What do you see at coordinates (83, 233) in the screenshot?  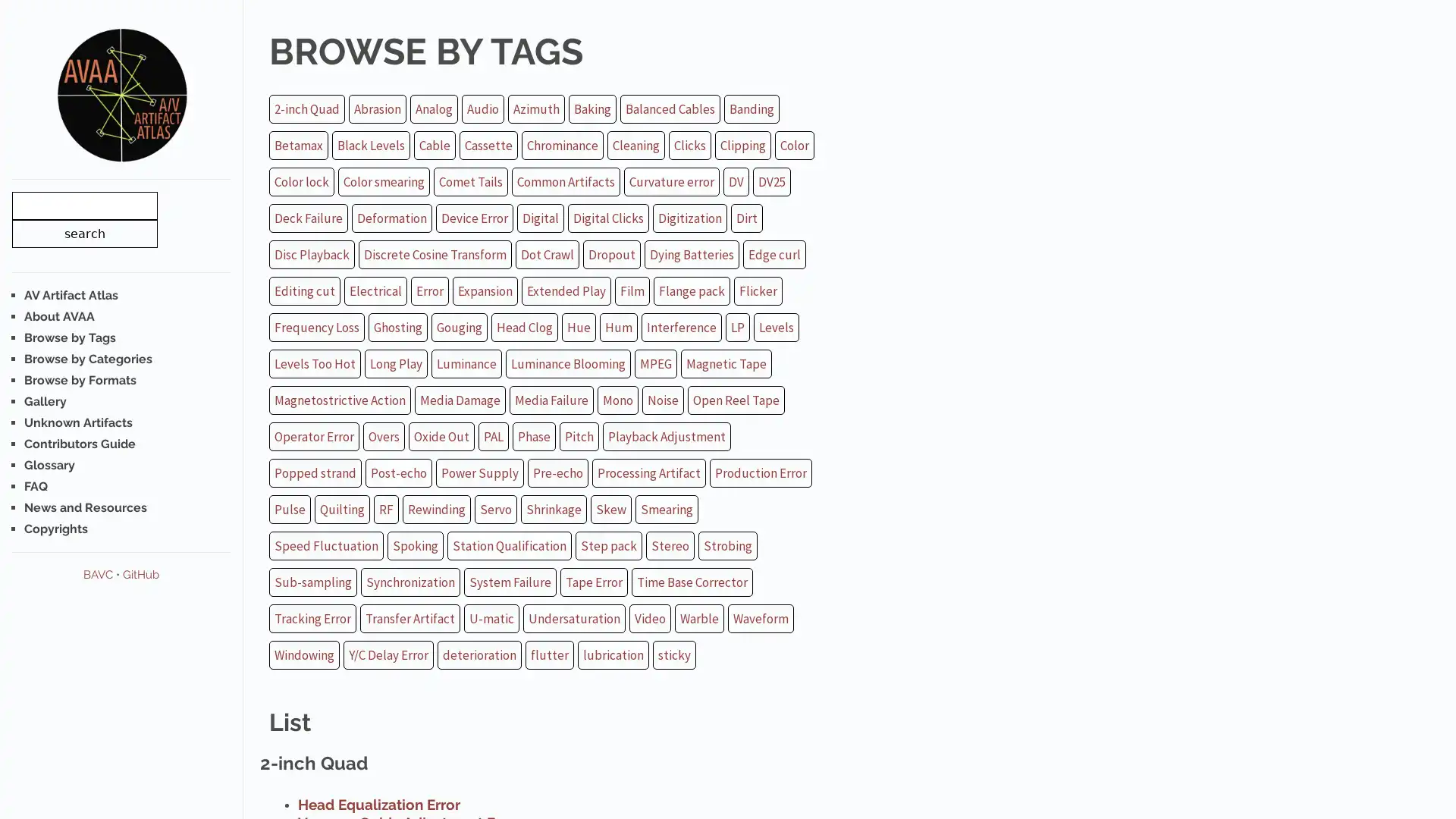 I see `search` at bounding box center [83, 233].